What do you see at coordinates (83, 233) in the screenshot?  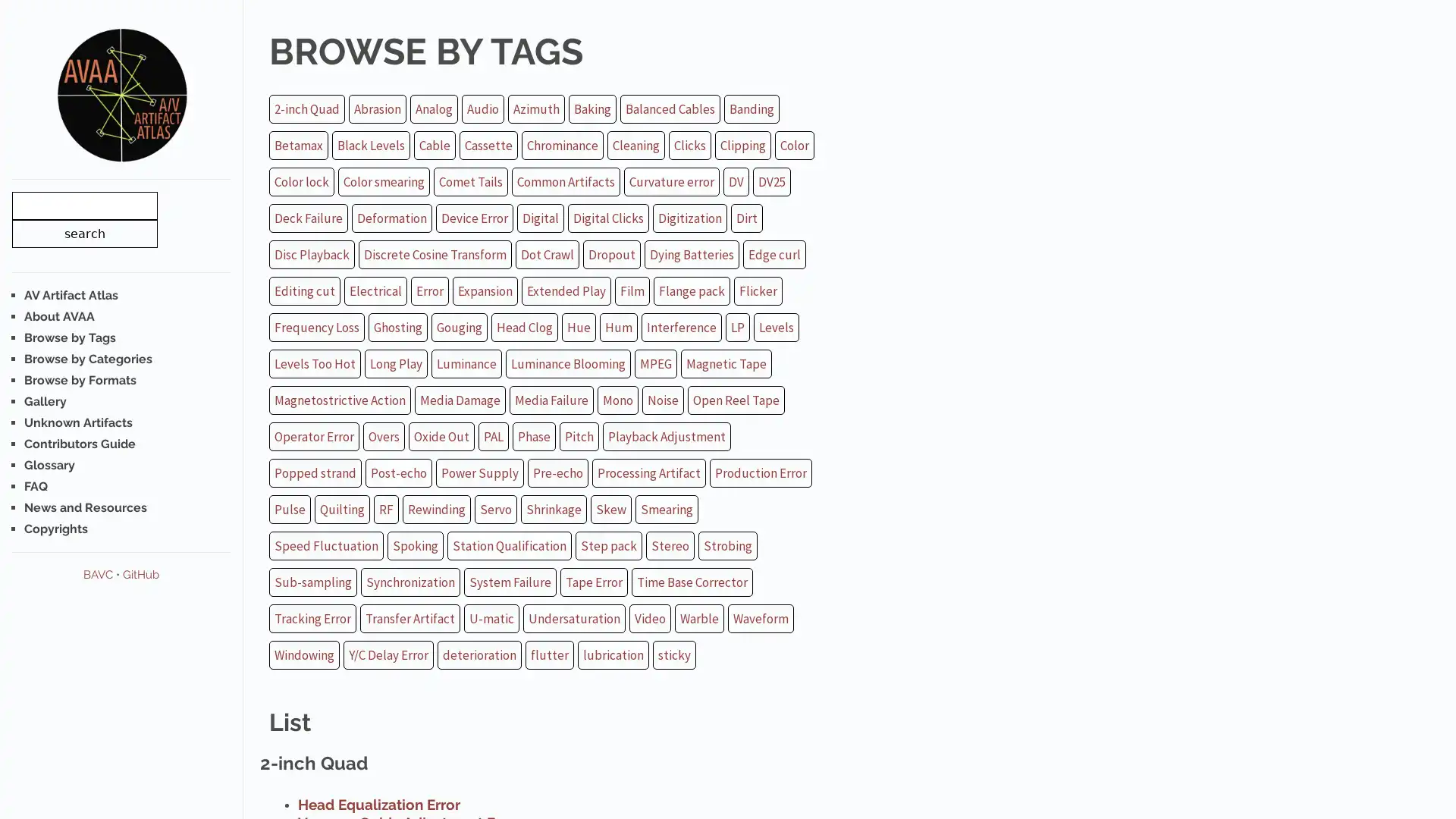 I see `search` at bounding box center [83, 233].